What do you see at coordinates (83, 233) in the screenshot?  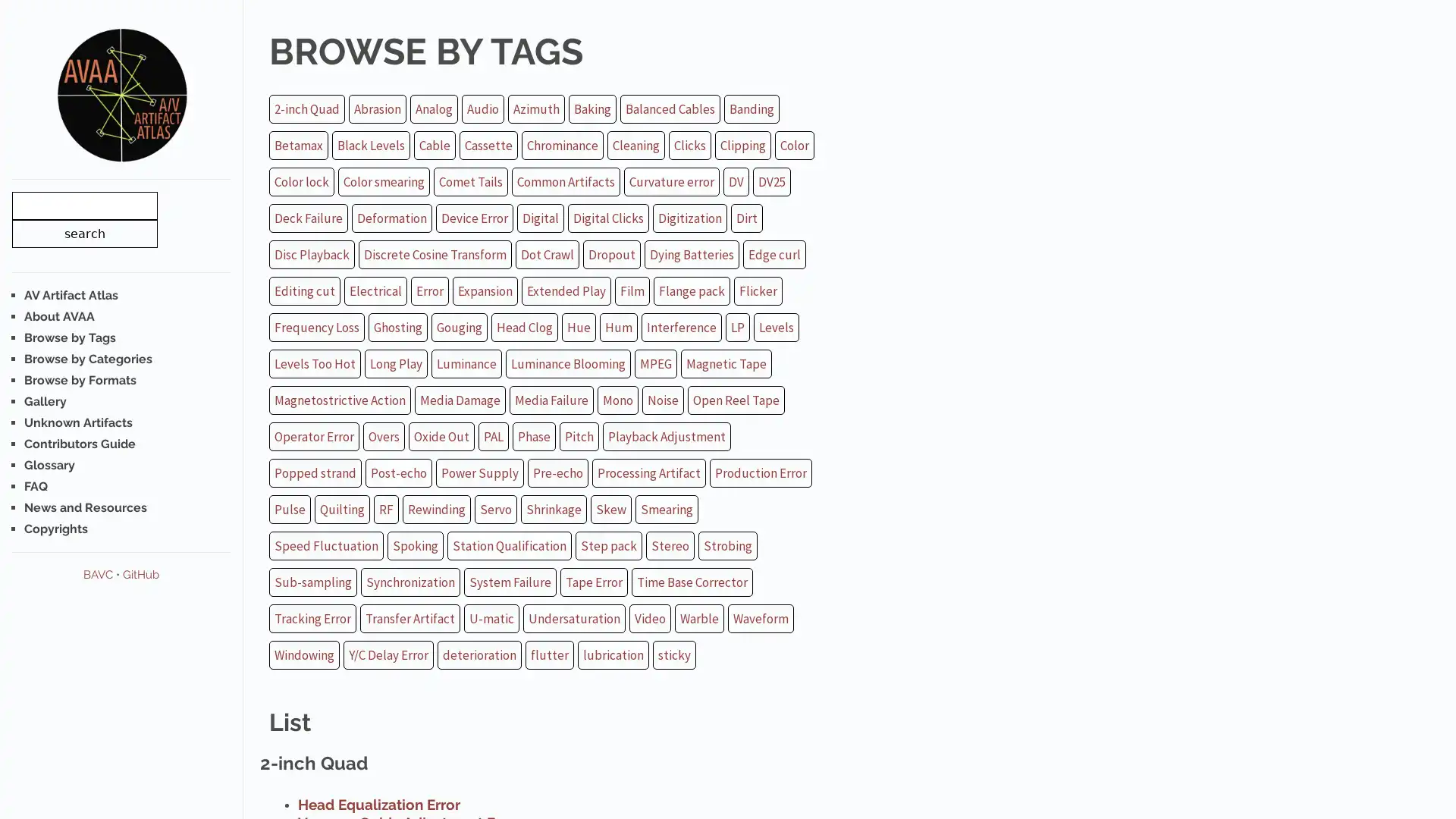 I see `search` at bounding box center [83, 233].